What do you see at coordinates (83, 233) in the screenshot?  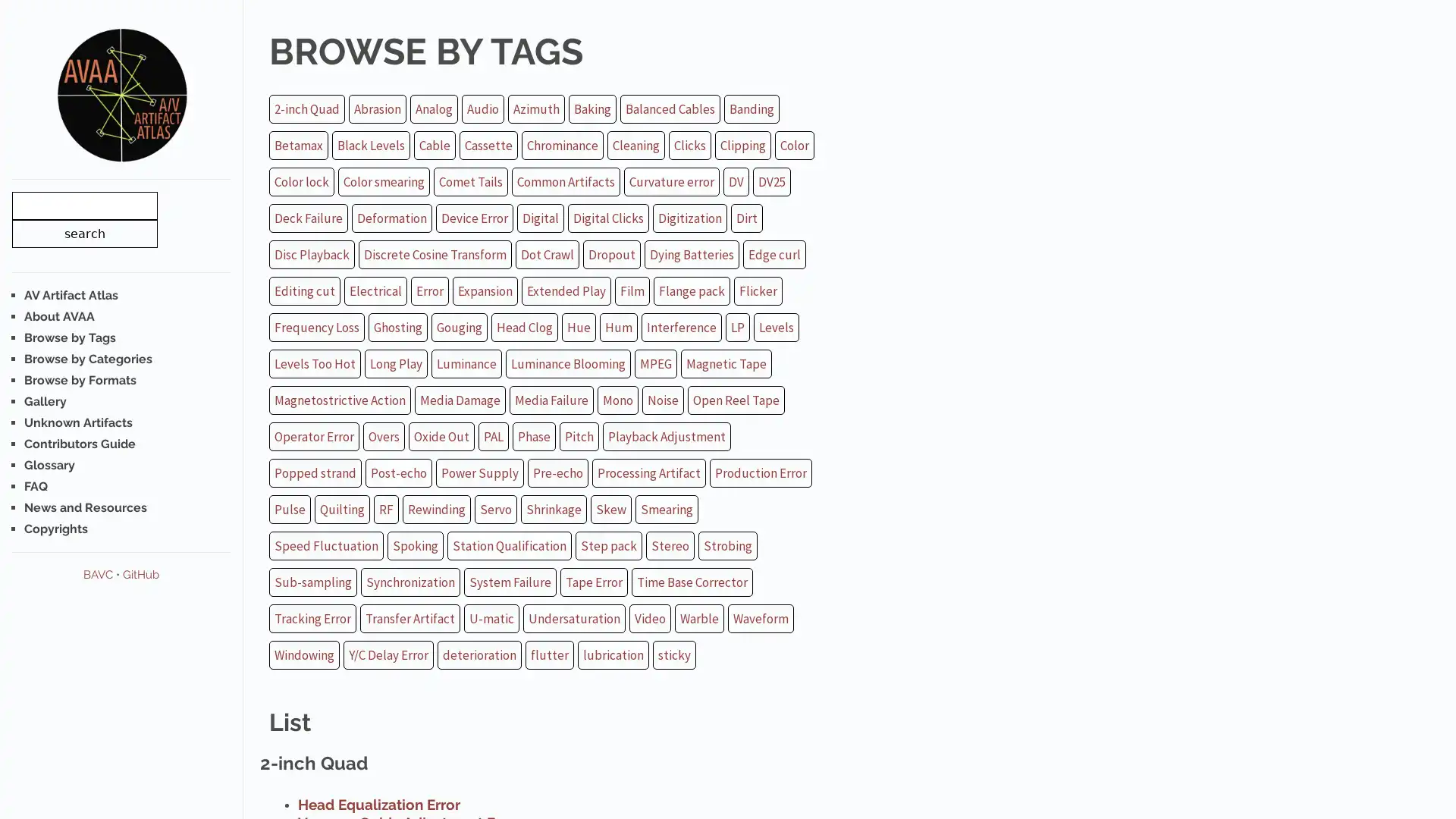 I see `search` at bounding box center [83, 233].